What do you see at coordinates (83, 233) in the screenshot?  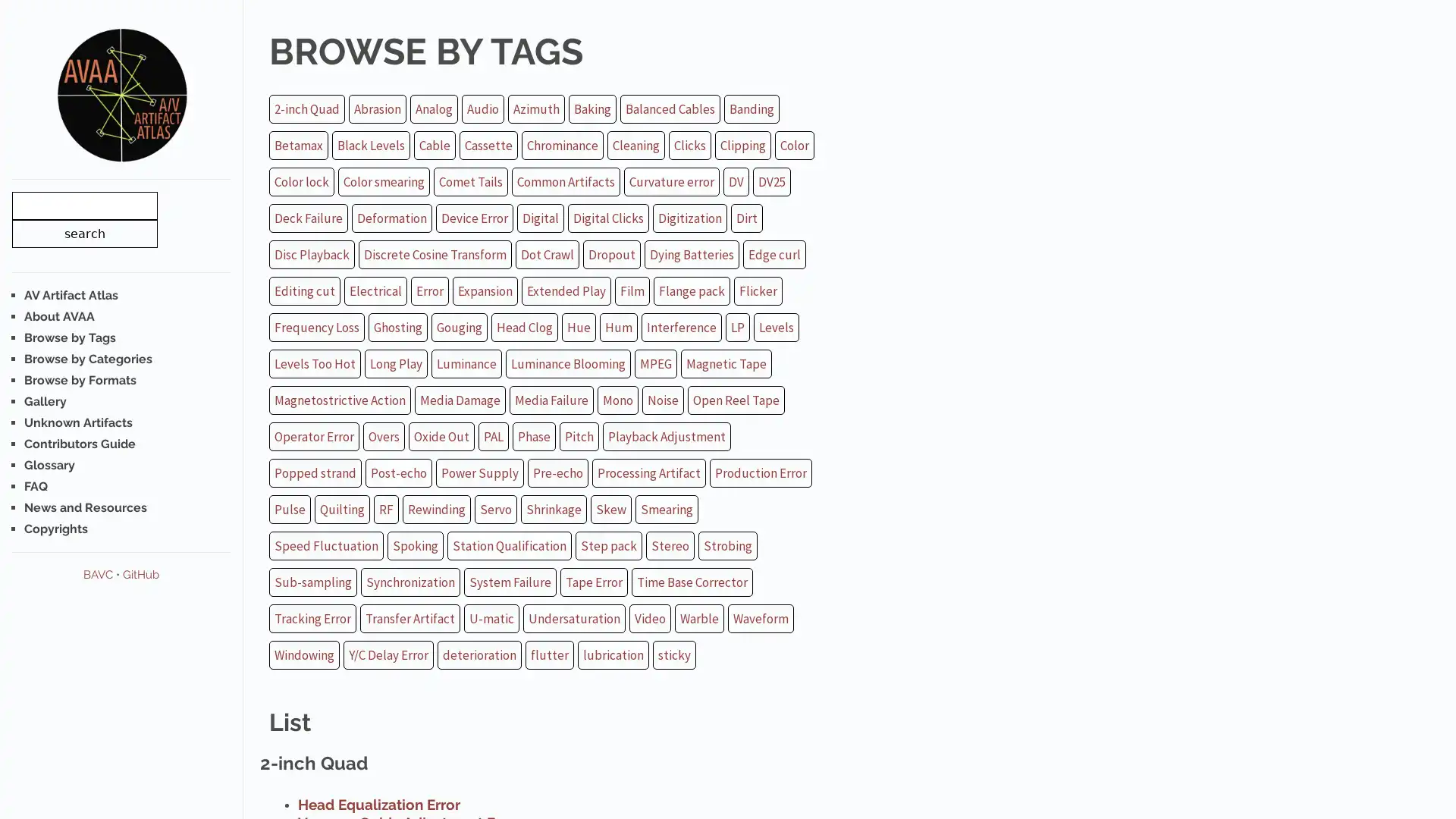 I see `search` at bounding box center [83, 233].